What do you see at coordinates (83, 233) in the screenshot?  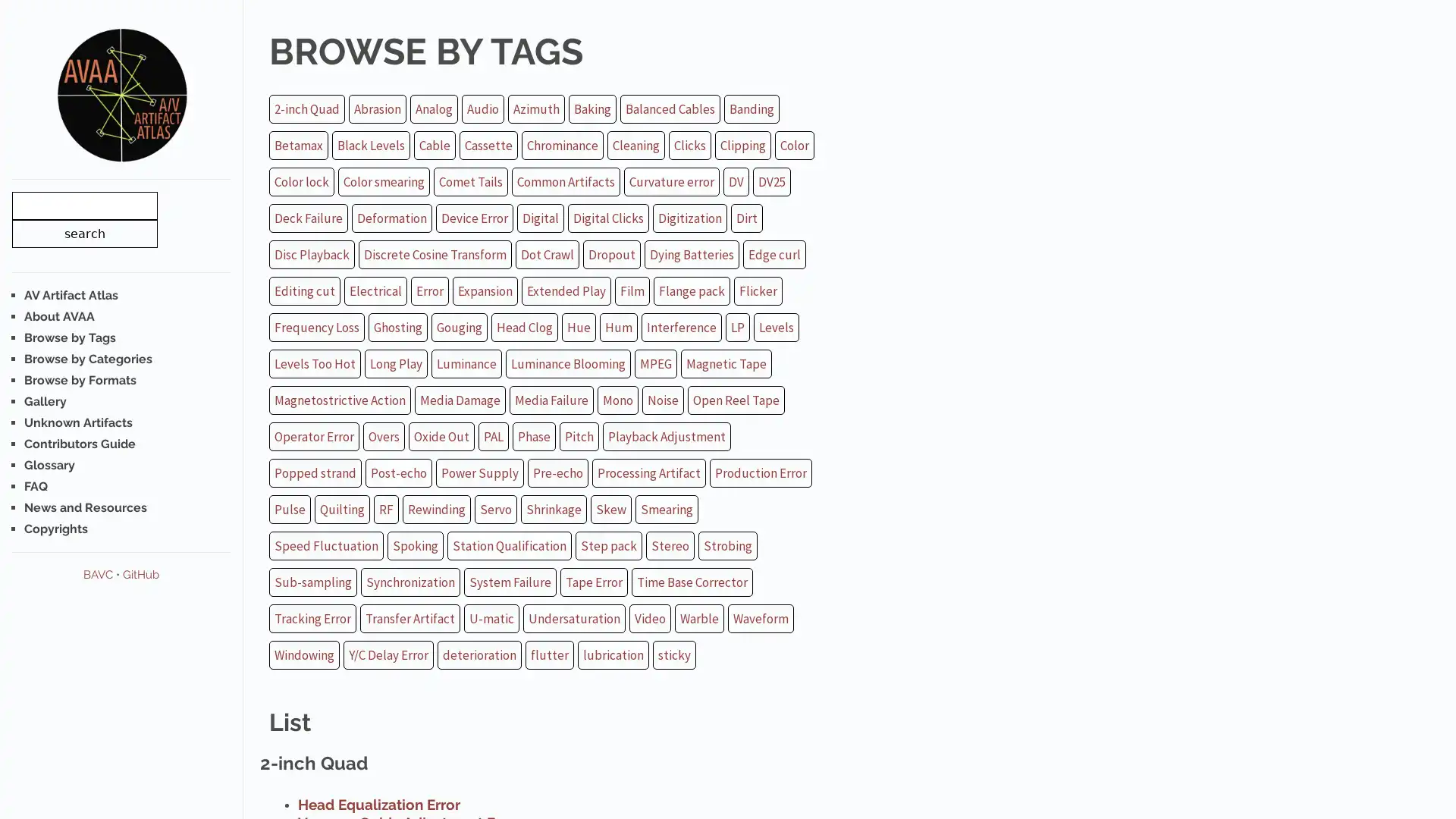 I see `search` at bounding box center [83, 233].